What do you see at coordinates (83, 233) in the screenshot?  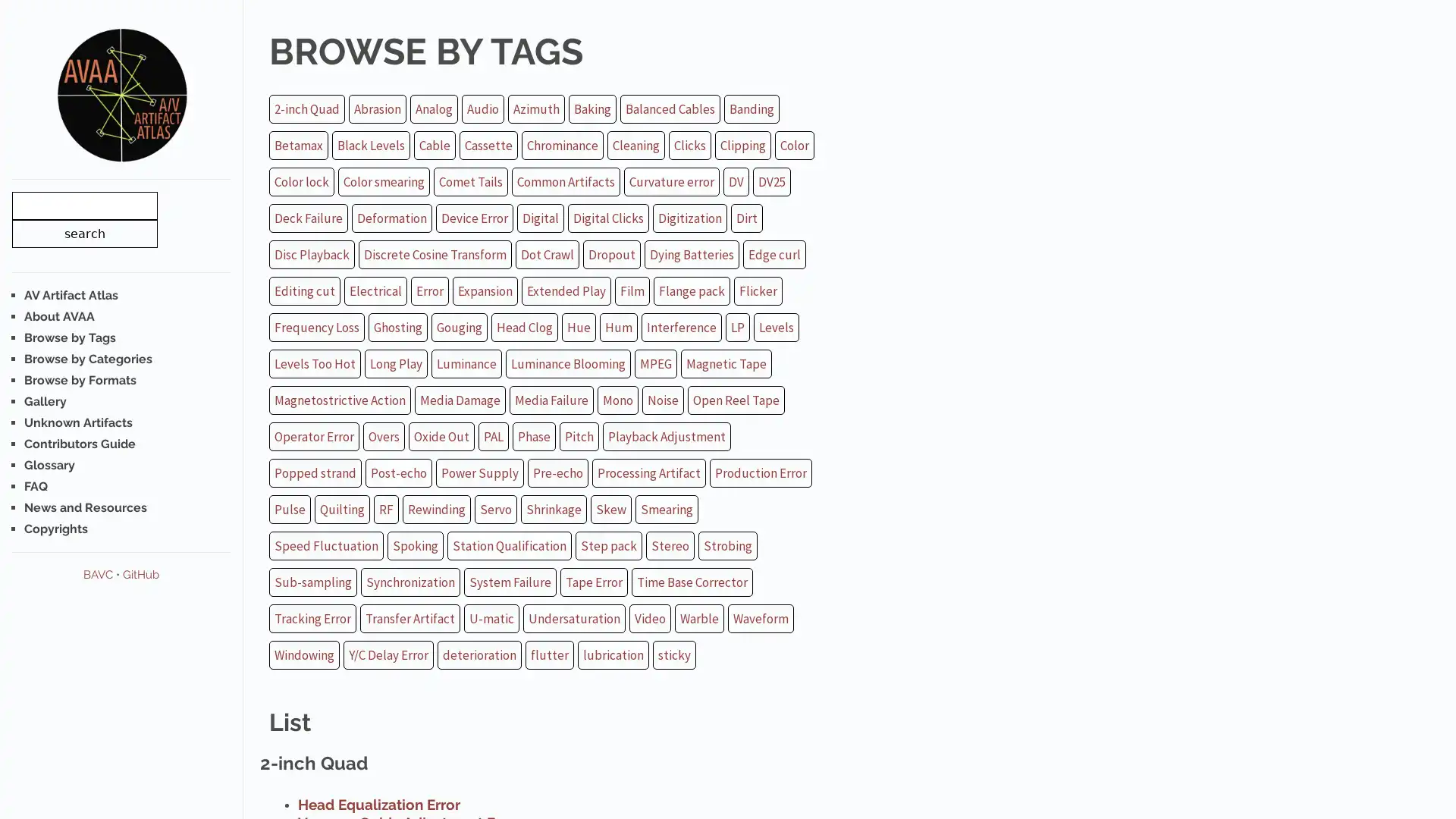 I see `search` at bounding box center [83, 233].